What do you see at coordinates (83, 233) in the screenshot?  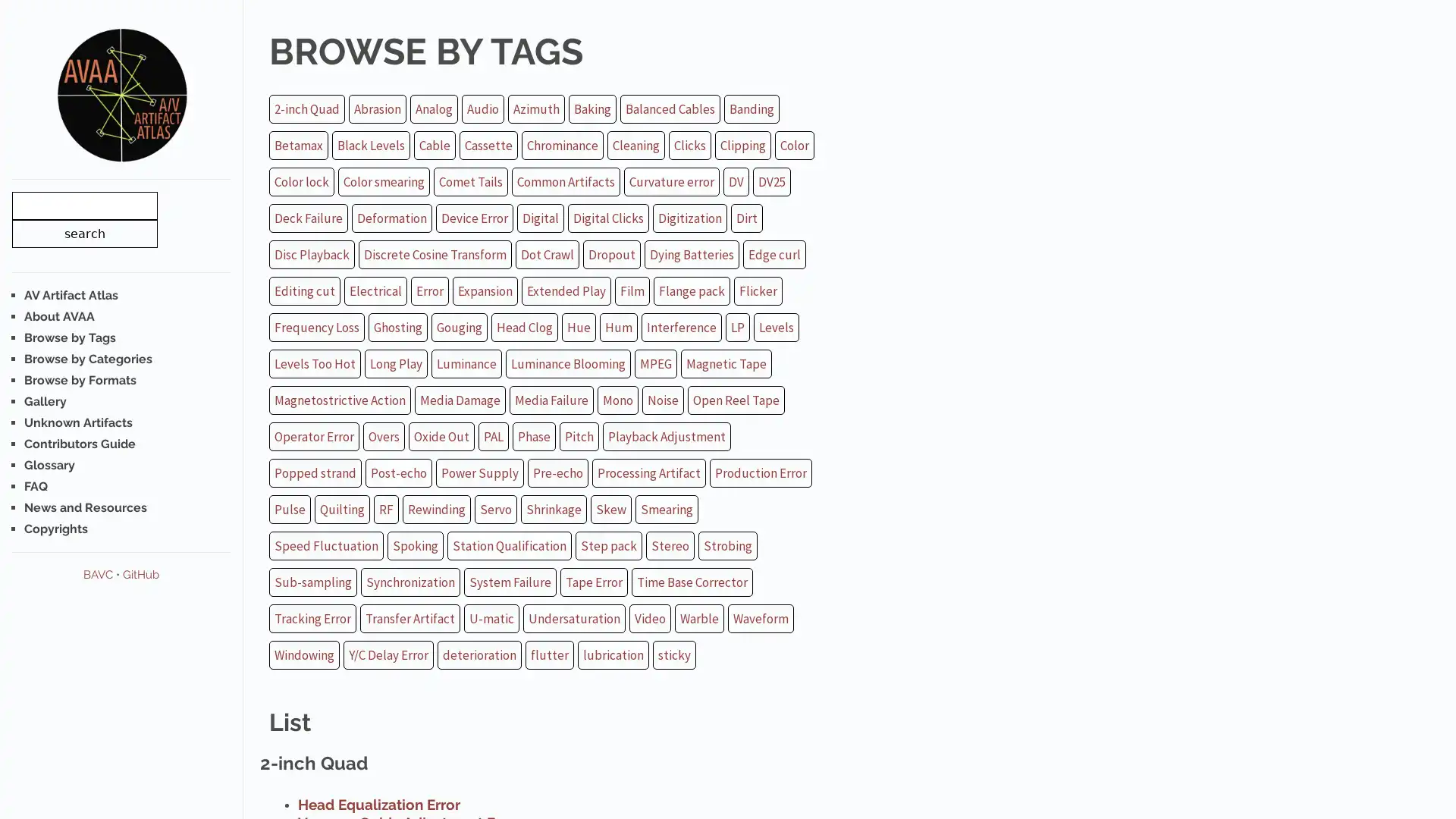 I see `search` at bounding box center [83, 233].